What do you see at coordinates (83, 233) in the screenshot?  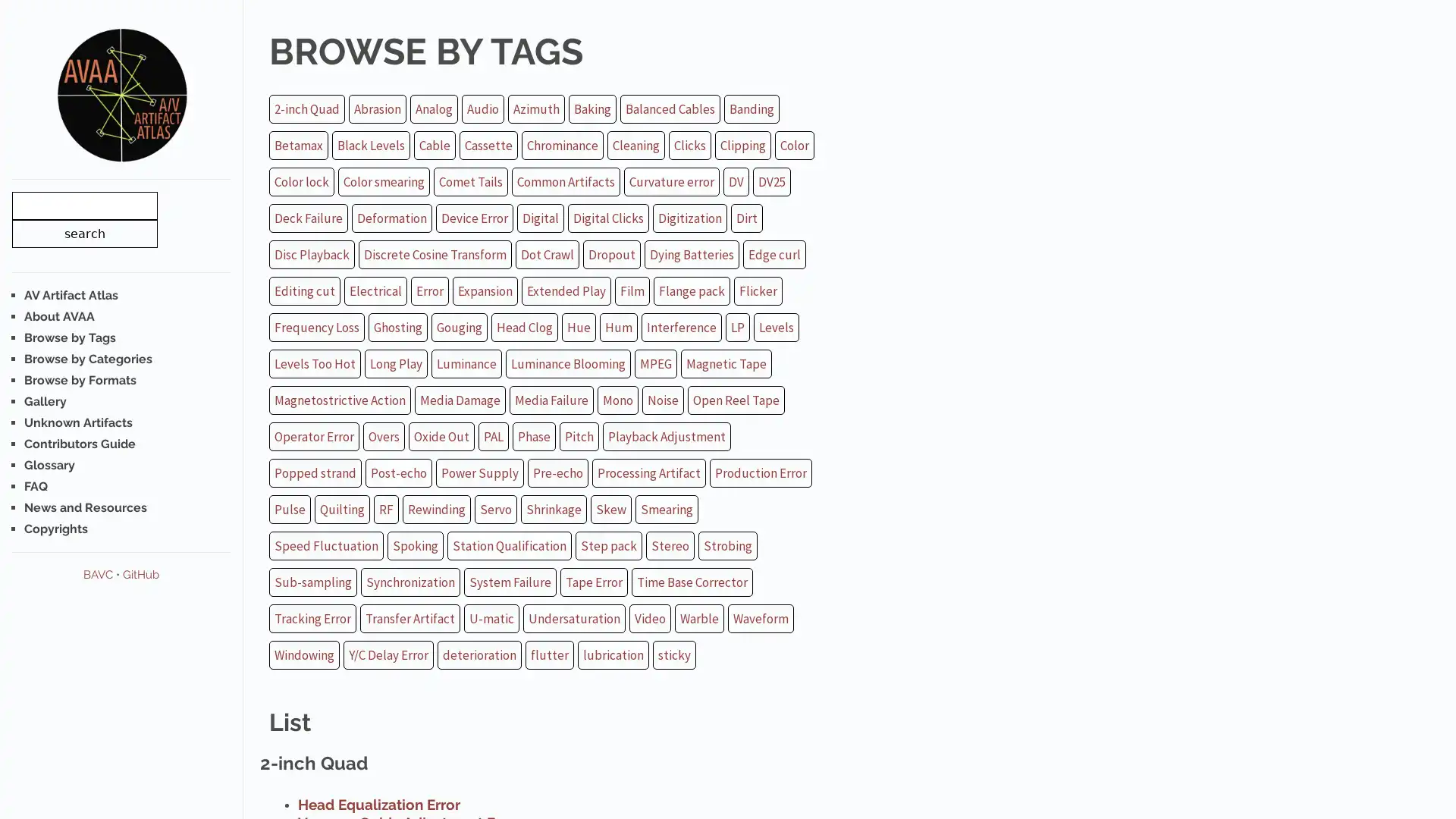 I see `search` at bounding box center [83, 233].